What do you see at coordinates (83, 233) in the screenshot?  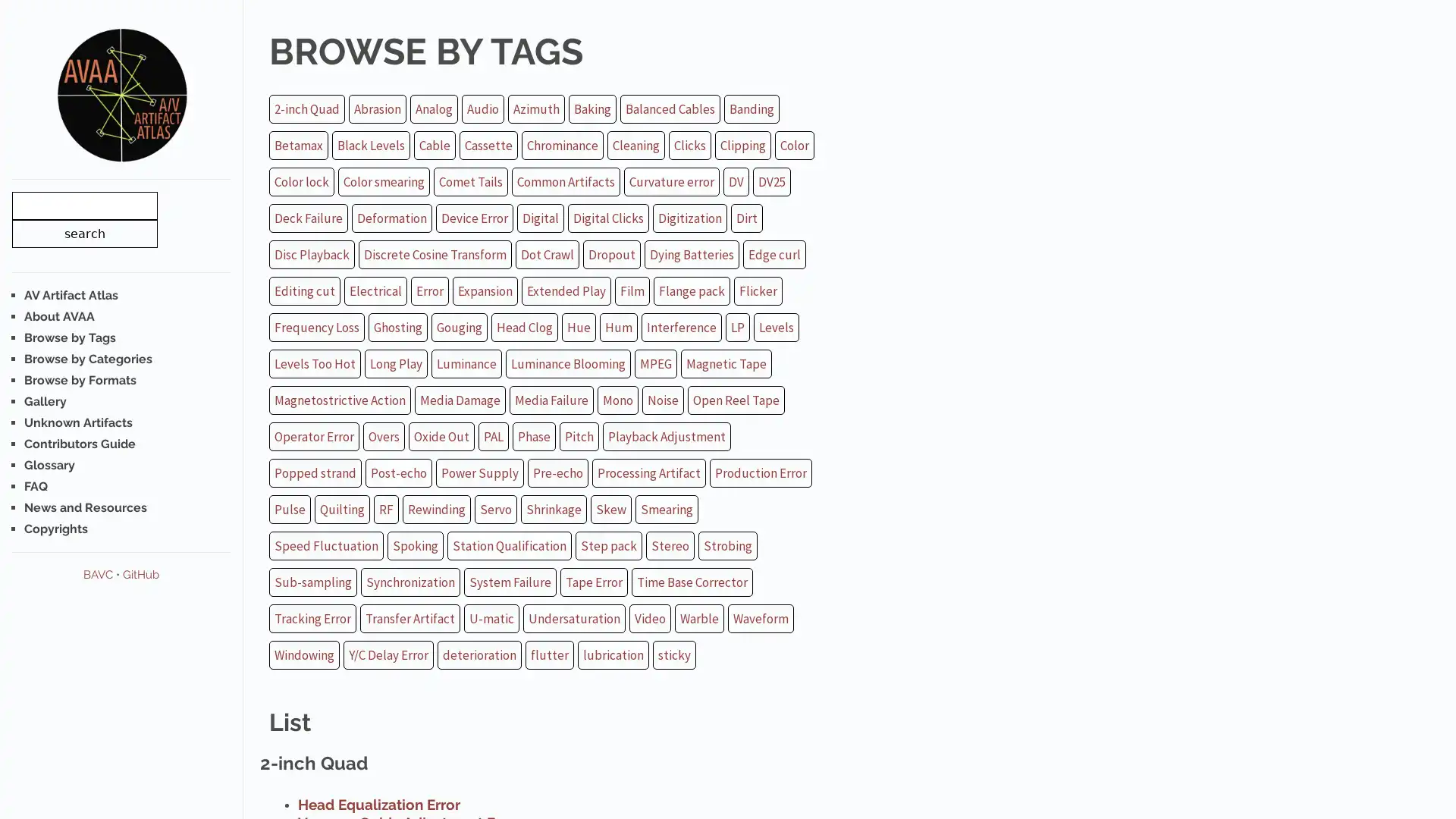 I see `search` at bounding box center [83, 233].